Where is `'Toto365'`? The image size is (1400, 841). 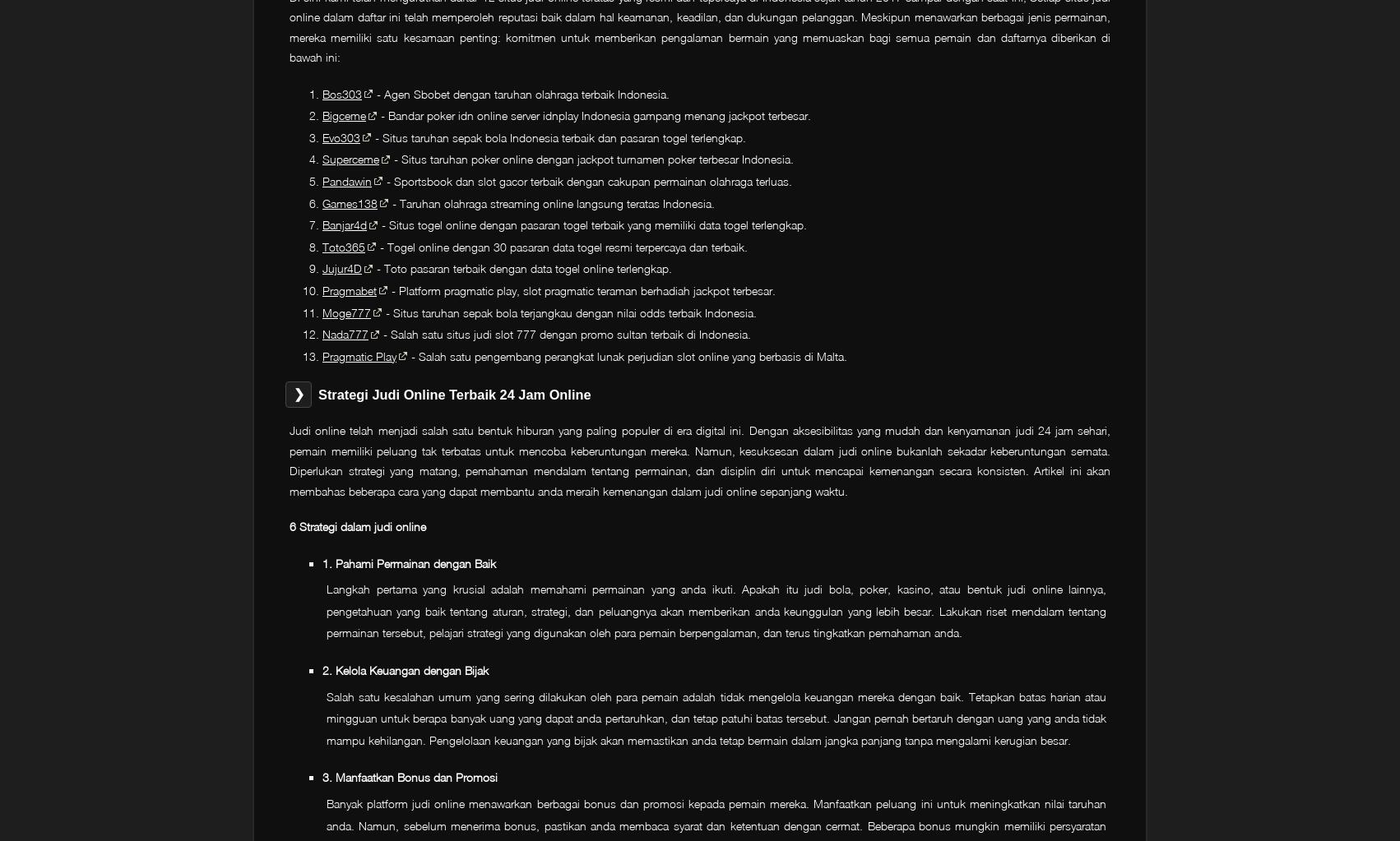 'Toto365' is located at coordinates (322, 245).